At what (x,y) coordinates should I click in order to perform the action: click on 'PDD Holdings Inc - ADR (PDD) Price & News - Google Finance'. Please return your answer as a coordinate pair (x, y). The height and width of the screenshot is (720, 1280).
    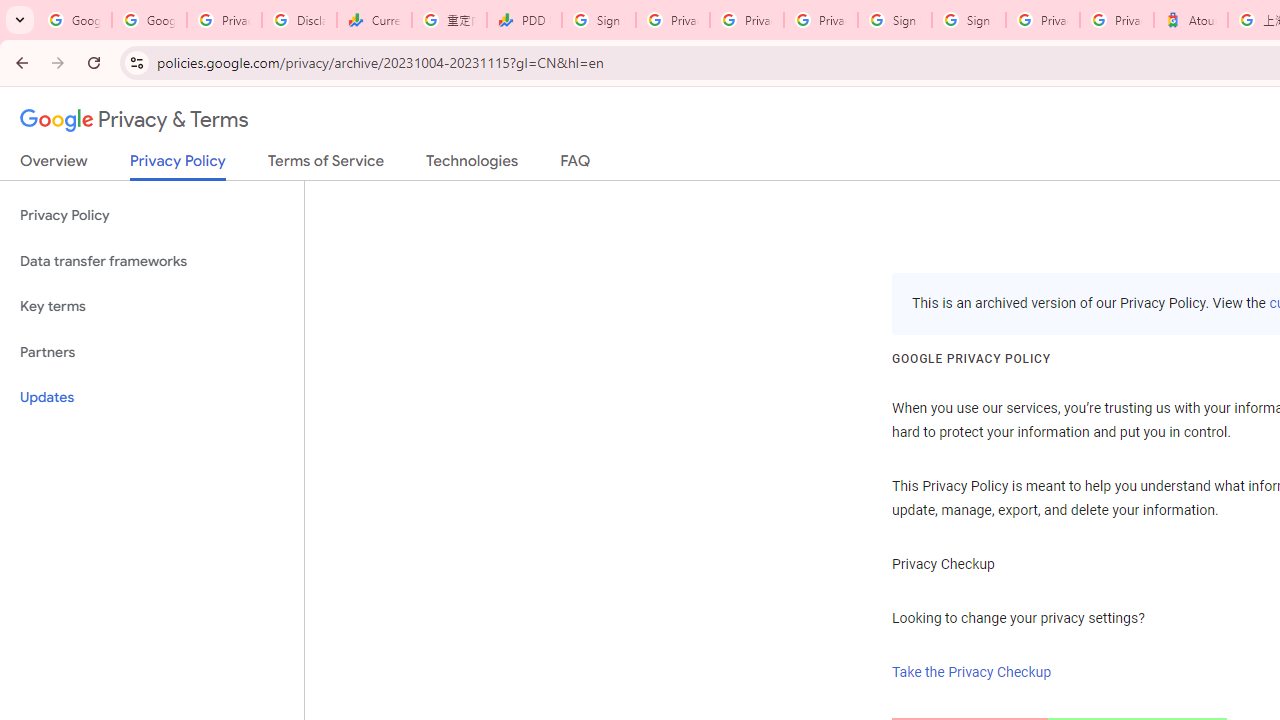
    Looking at the image, I should click on (524, 20).